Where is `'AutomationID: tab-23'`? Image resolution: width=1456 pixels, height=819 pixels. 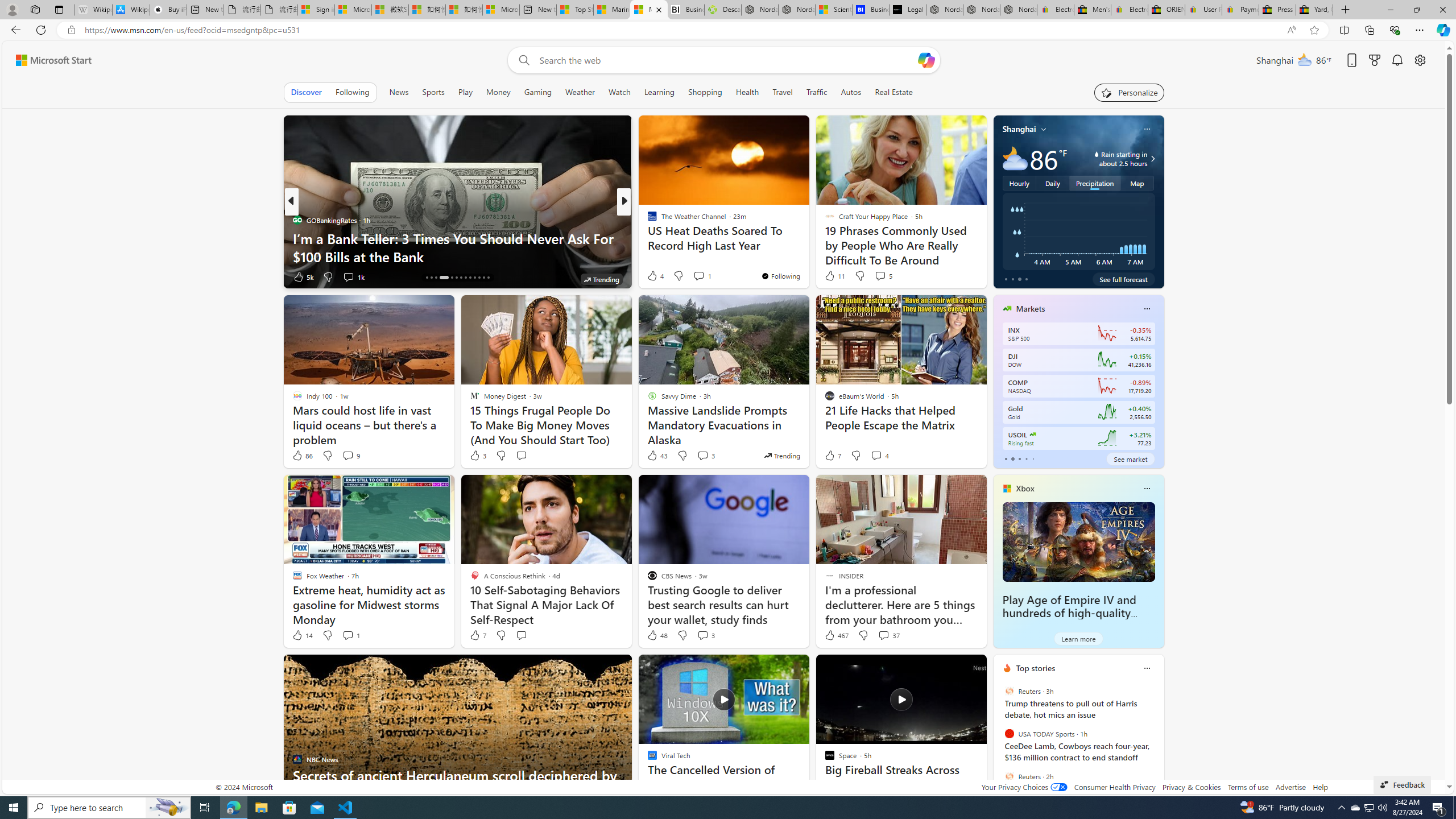 'AutomationID: tab-23' is located at coordinates (474, 277).